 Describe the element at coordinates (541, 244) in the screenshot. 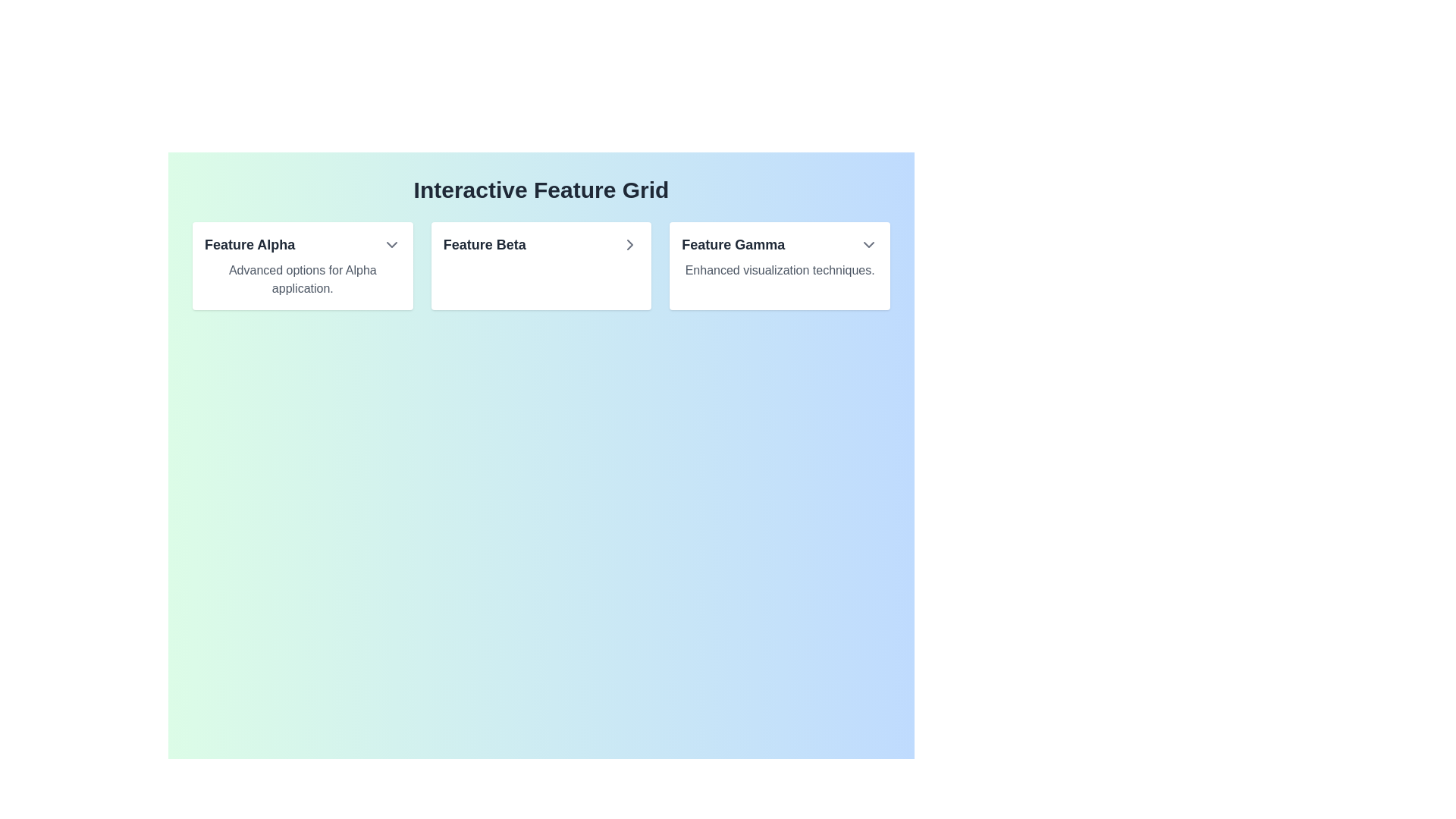

I see `the clickable item labeled 'Feature Beta', which is the middle option in a row of three items` at that location.